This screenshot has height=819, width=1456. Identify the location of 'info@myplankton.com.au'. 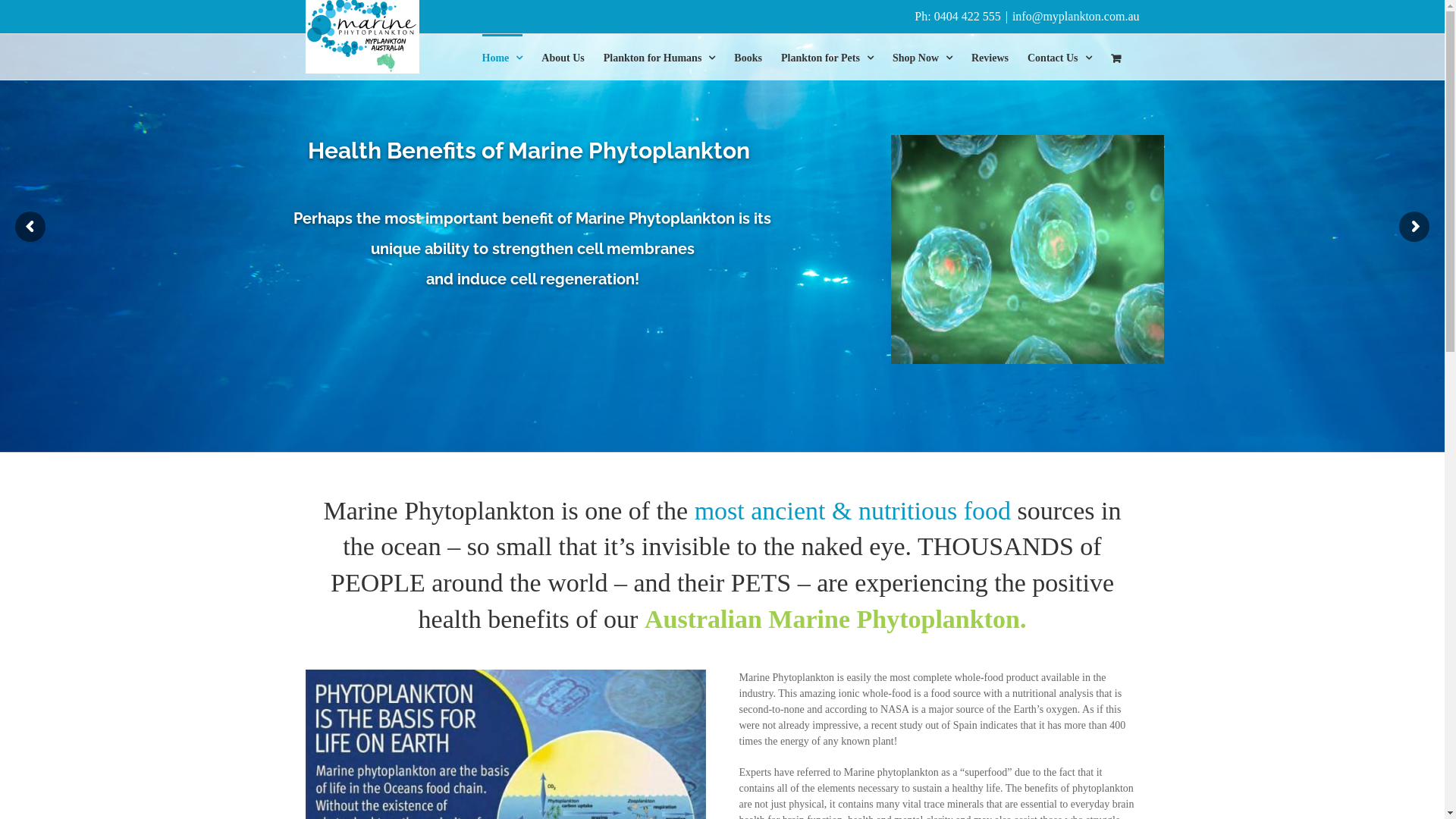
(1075, 16).